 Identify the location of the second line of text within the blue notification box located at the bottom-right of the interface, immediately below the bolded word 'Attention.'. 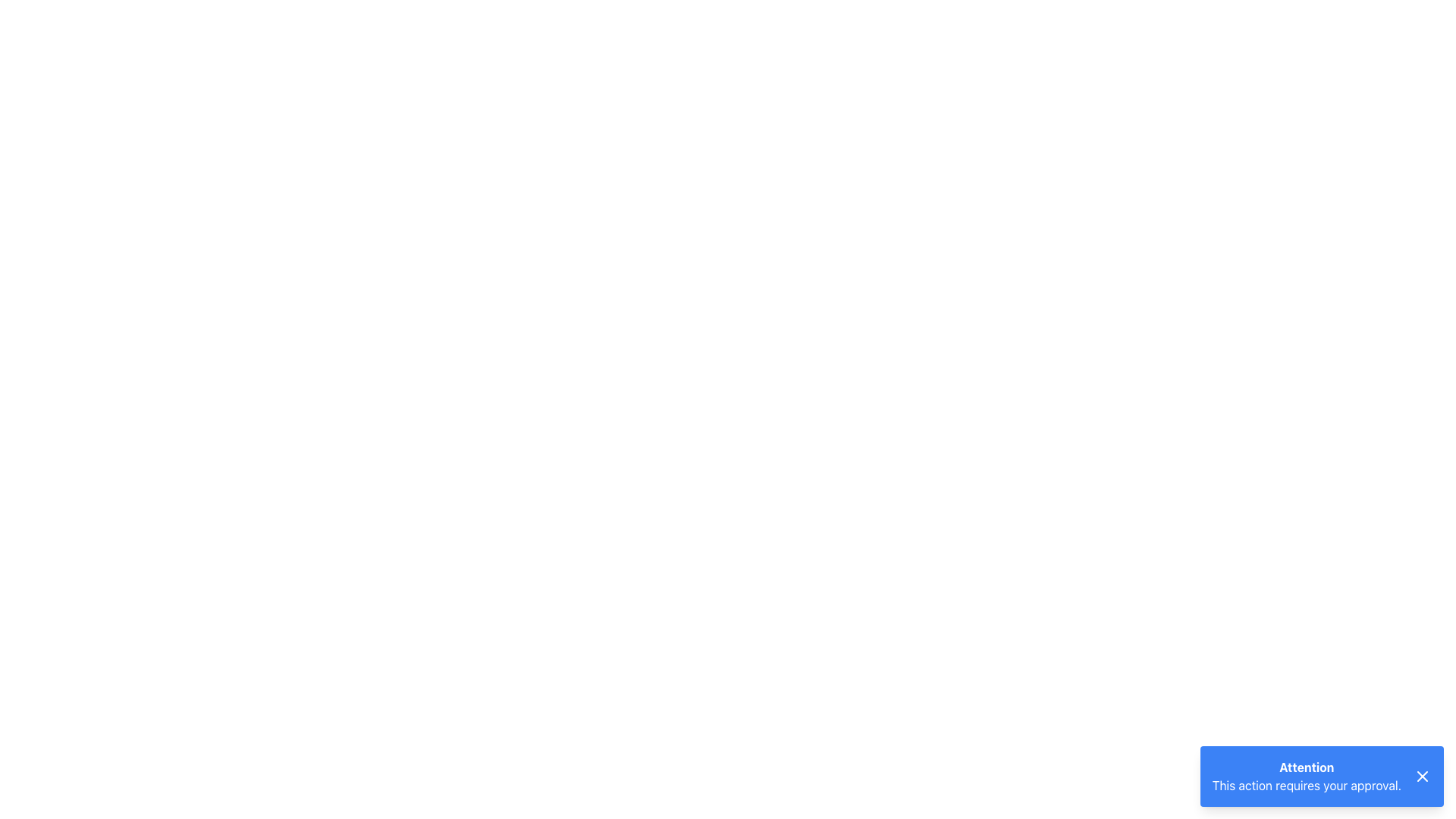
(1306, 785).